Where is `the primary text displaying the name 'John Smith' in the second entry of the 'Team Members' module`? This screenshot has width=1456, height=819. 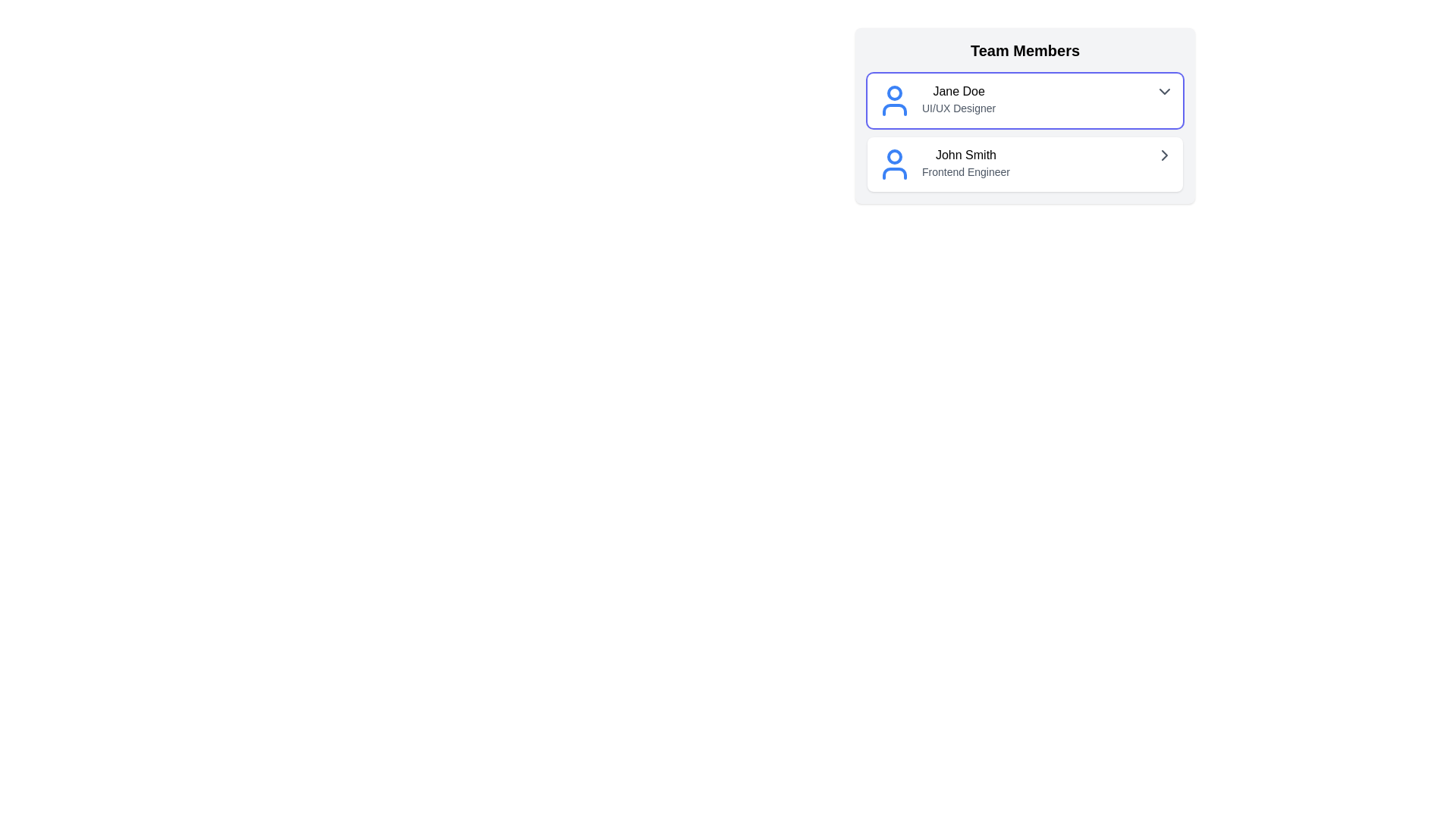 the primary text displaying the name 'John Smith' in the second entry of the 'Team Members' module is located at coordinates (965, 155).